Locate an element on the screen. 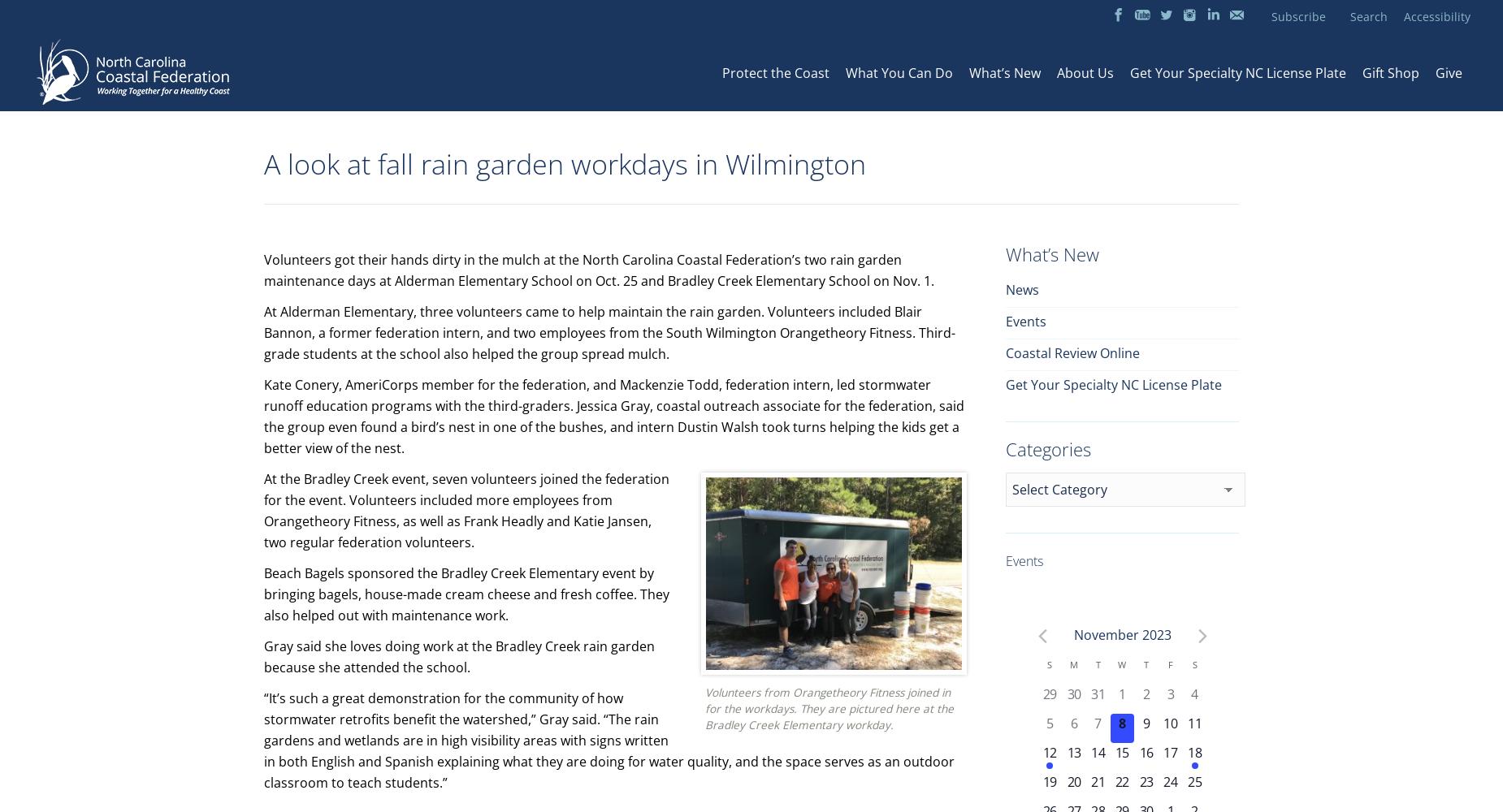 This screenshot has height=812, width=1503. 'Southeast Coastal Ambassadors' is located at coordinates (852, 158).